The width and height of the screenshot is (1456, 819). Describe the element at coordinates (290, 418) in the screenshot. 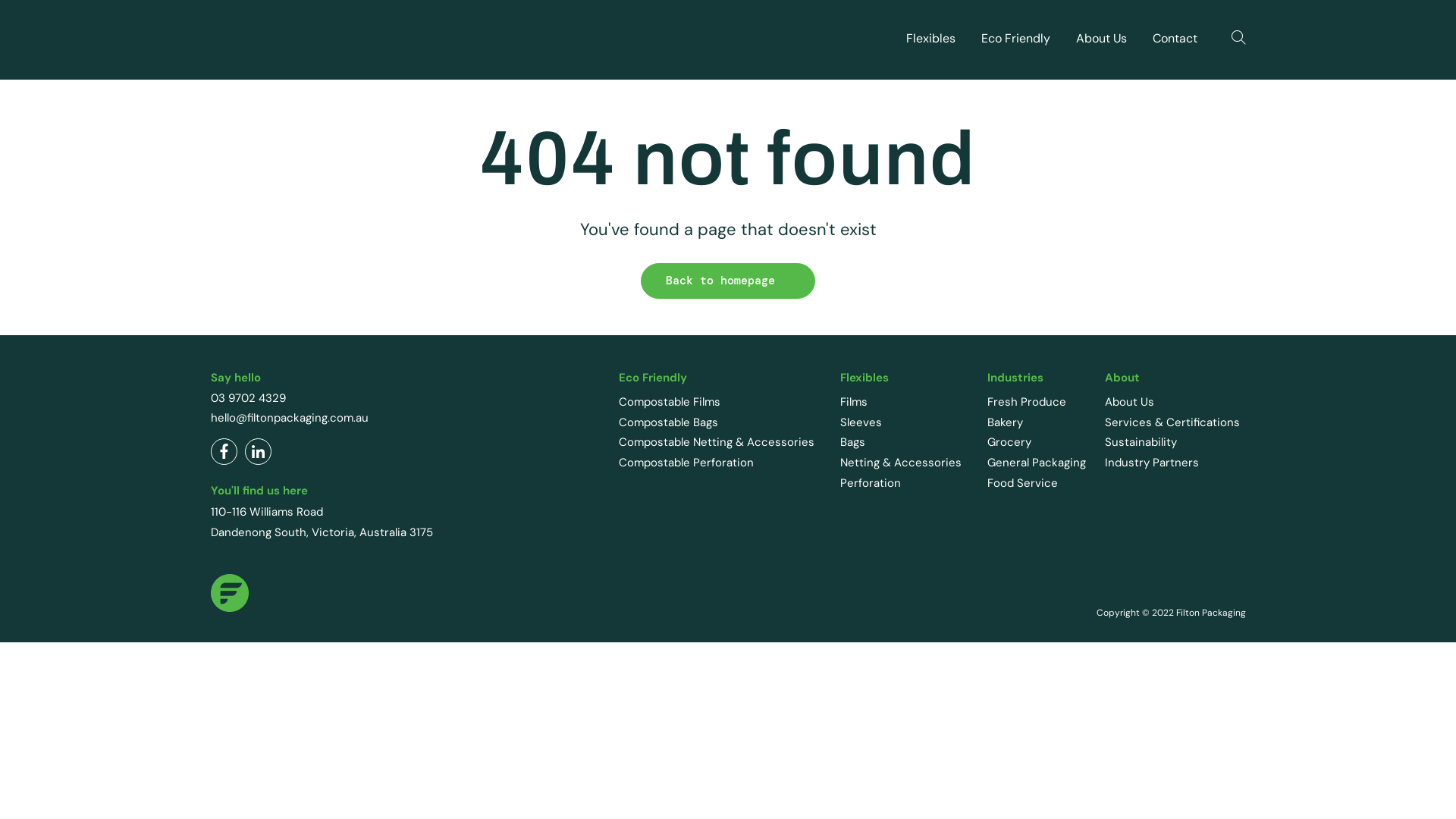

I see `'hello@filtonpackaging.com.au'` at that location.